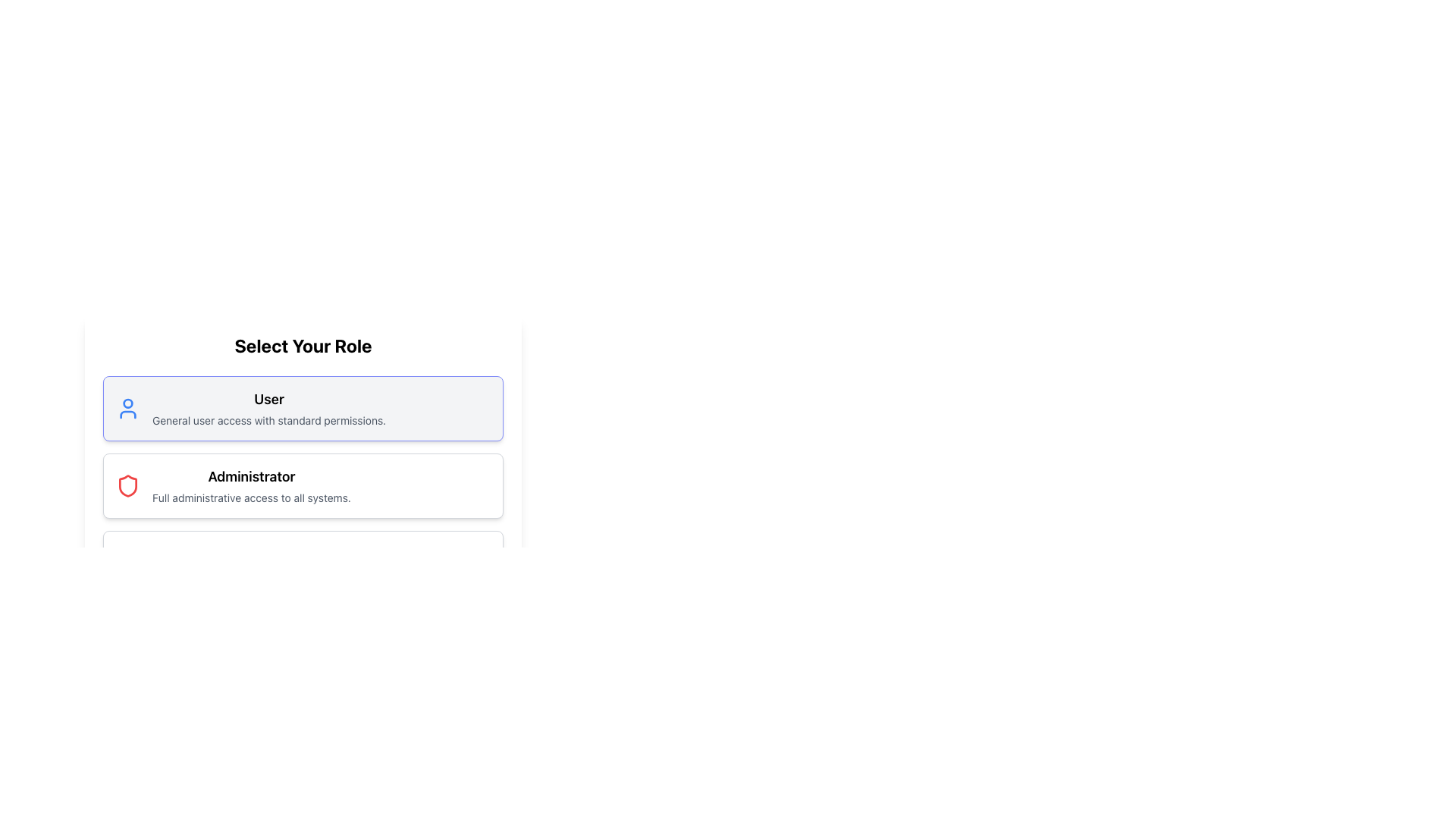 This screenshot has width=1456, height=819. Describe the element at coordinates (127, 485) in the screenshot. I see `the red shield icon located within the 'Administrator' button, which is the second option in the role selection list` at that location.